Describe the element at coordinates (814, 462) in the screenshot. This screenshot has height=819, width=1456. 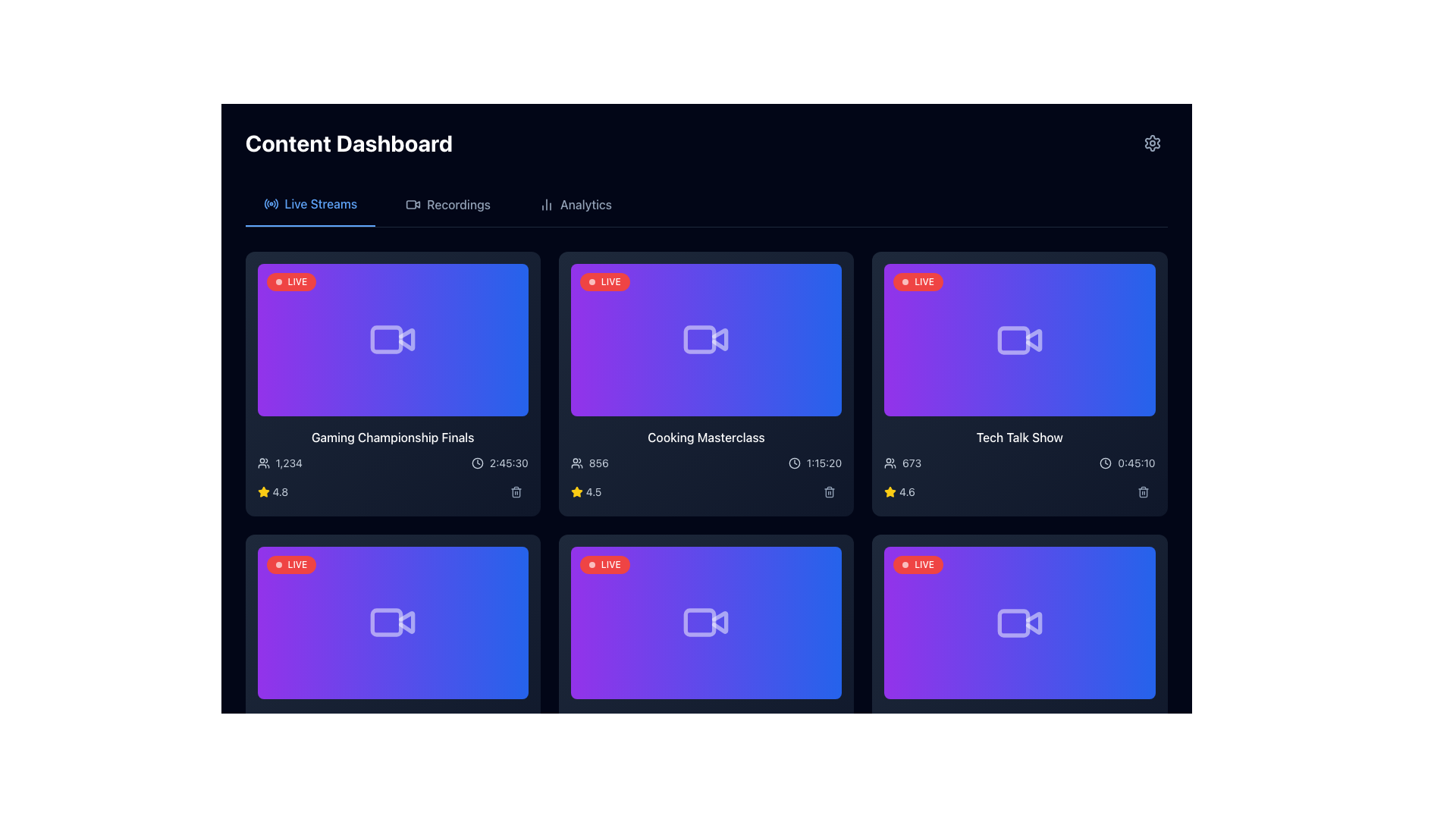
I see `time duration displayed in the text display located in the 'Cooking Masterclass' card, positioned in the top row, middle column of the grid, near the bottom-right corner` at that location.